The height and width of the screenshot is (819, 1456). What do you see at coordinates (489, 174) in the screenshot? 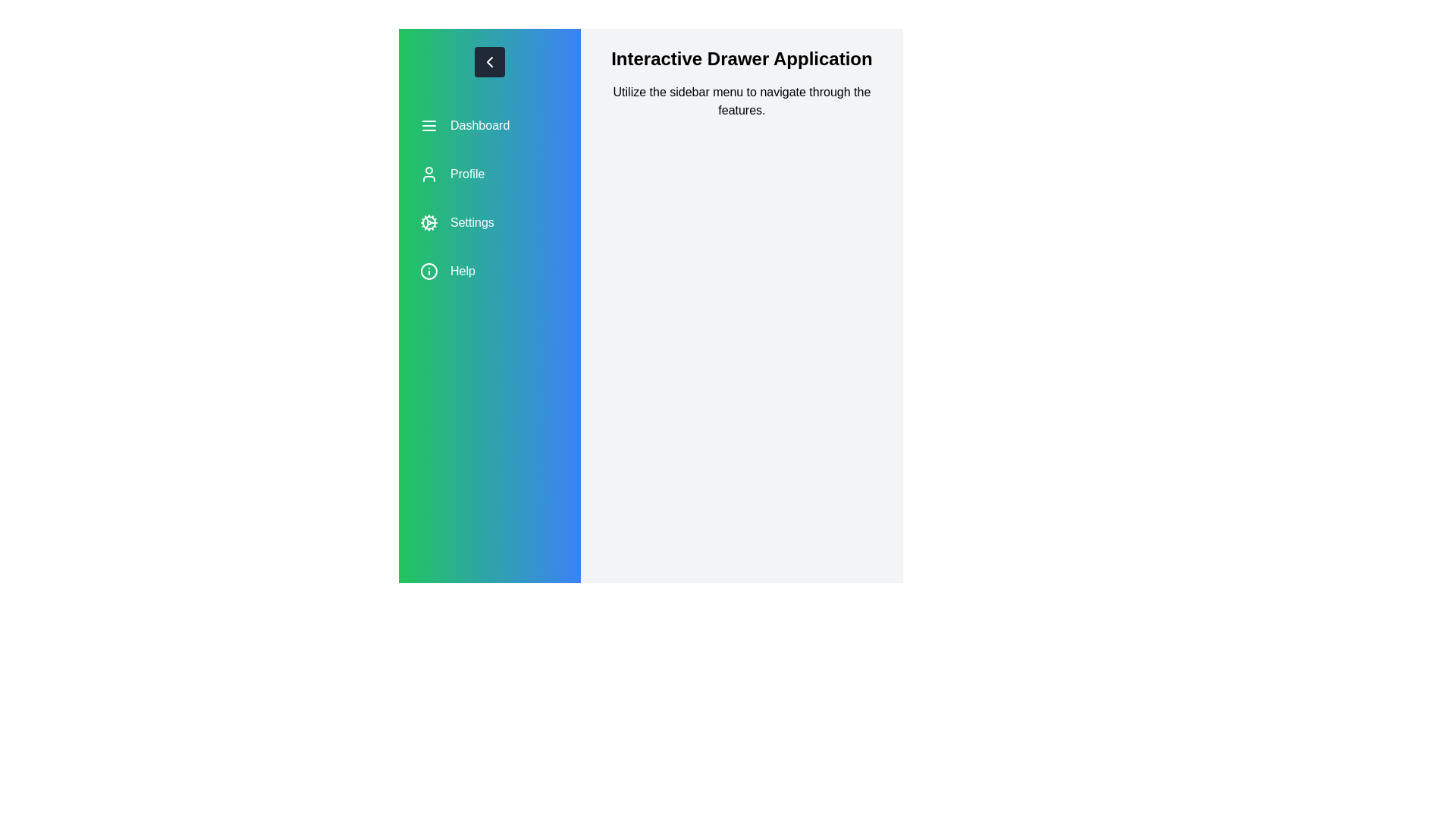
I see `the menu option Profile to navigate` at bounding box center [489, 174].